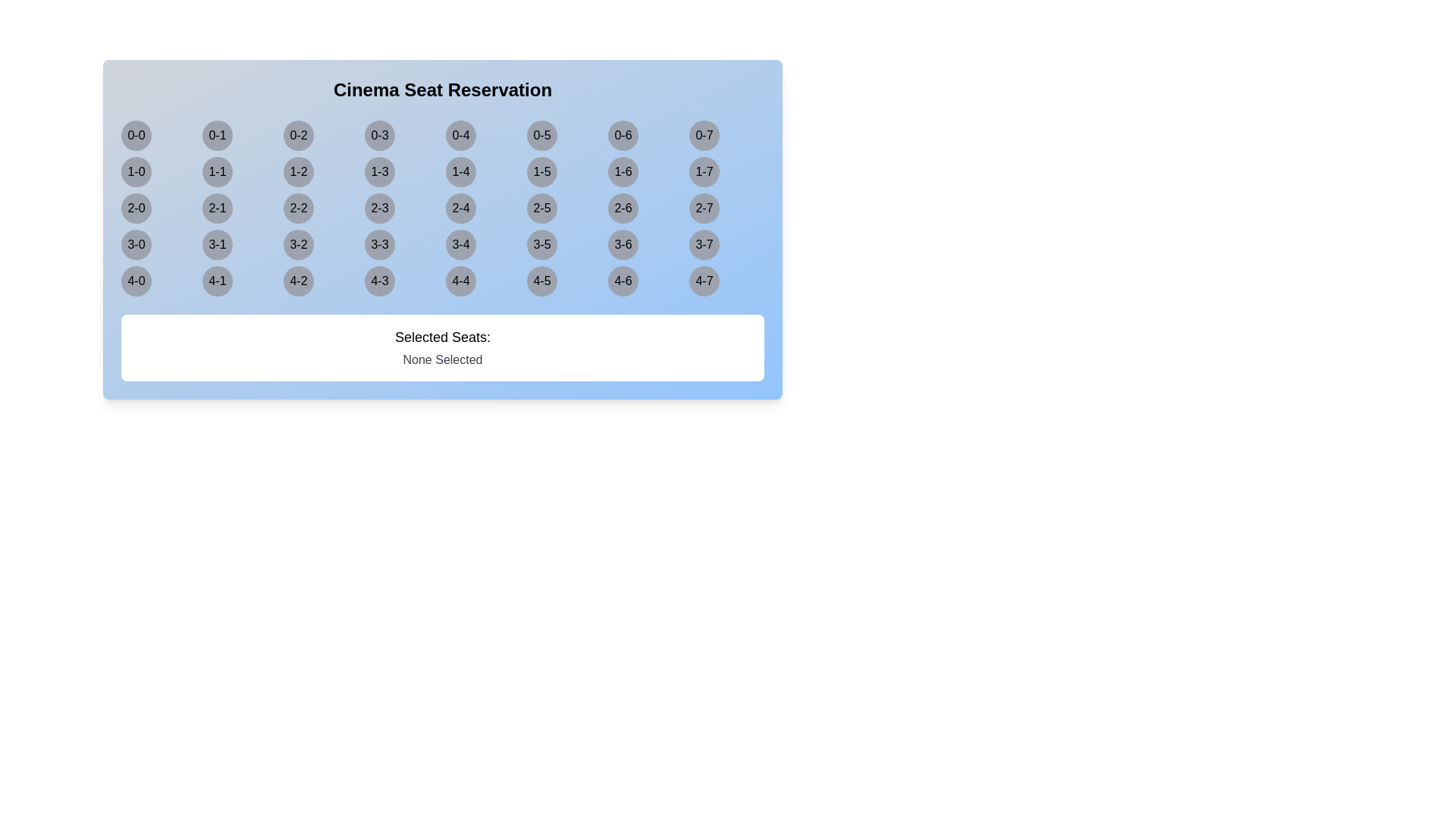  Describe the element at coordinates (298, 244) in the screenshot. I see `the circular button labeled '3-2' with a gray background located` at that location.